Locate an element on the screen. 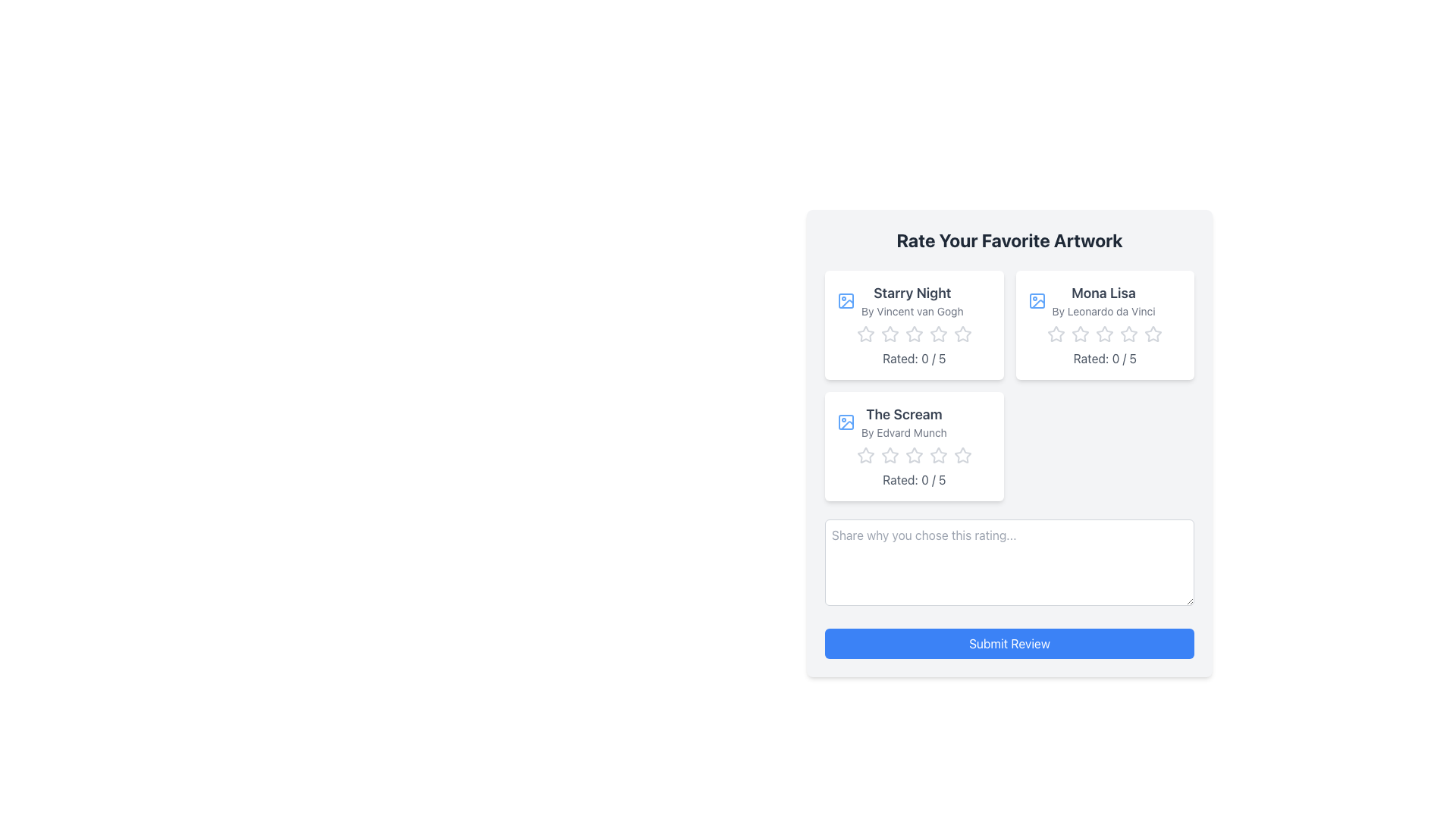 This screenshot has height=819, width=1456. the third star icon with a light gray outline under 'The Scream' artwork to rate it is located at coordinates (865, 454).